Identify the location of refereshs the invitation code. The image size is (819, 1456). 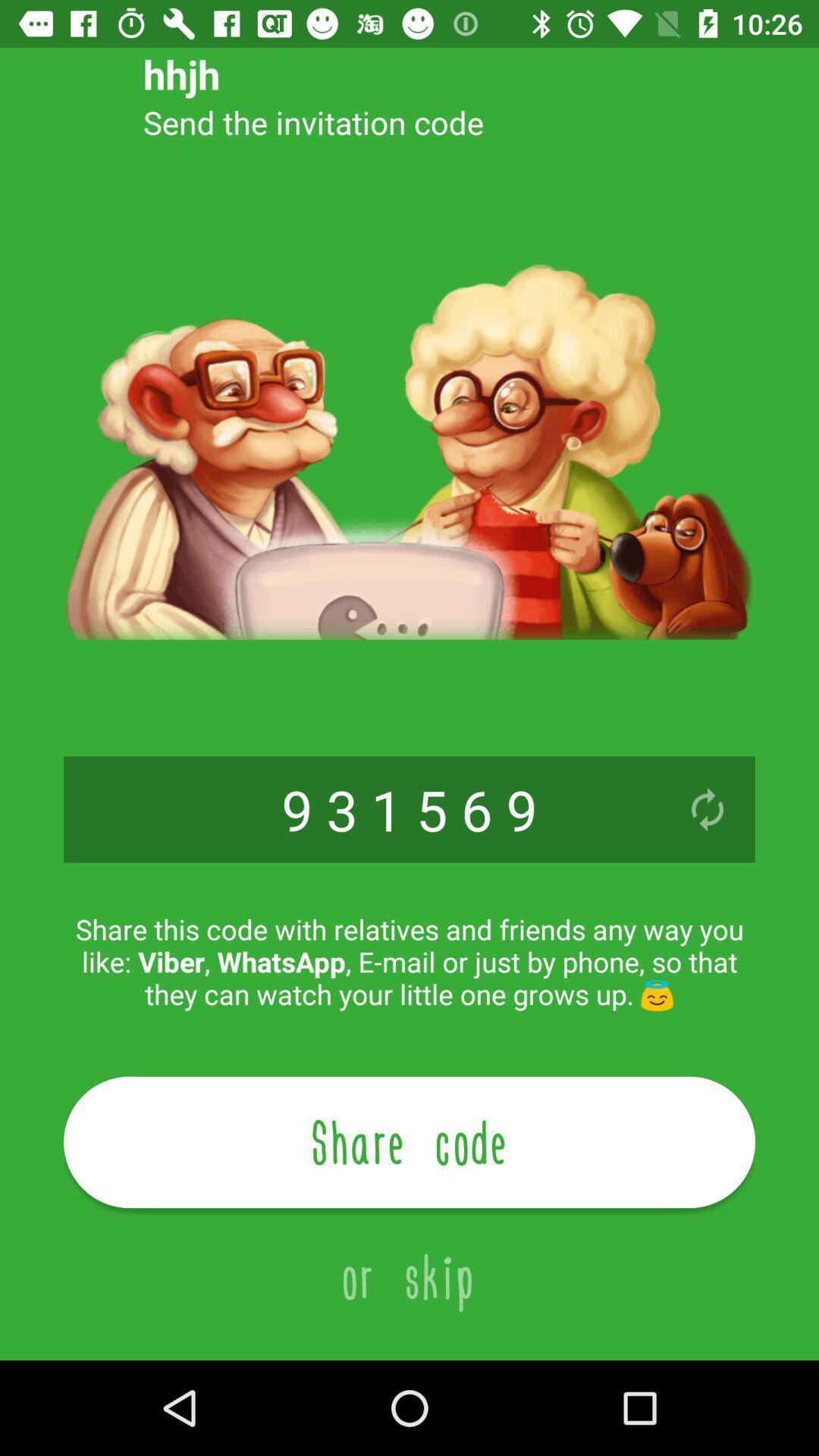
(708, 808).